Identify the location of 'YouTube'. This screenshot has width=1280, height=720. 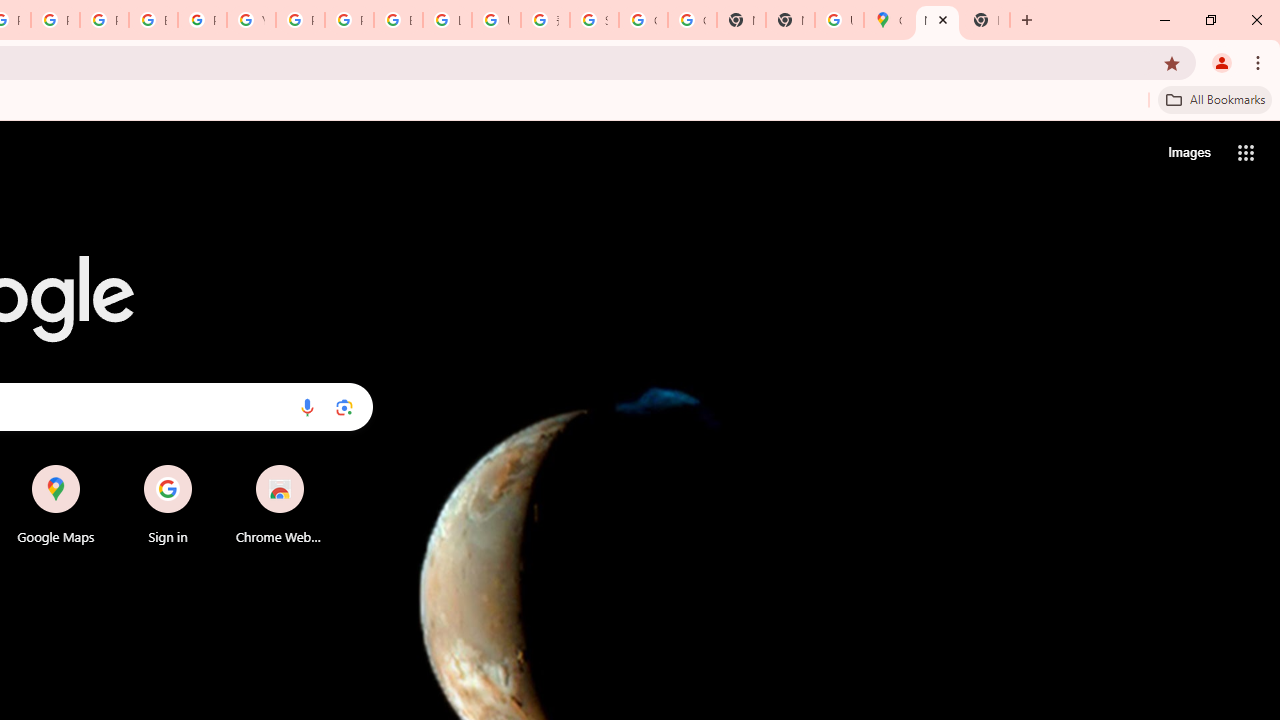
(250, 20).